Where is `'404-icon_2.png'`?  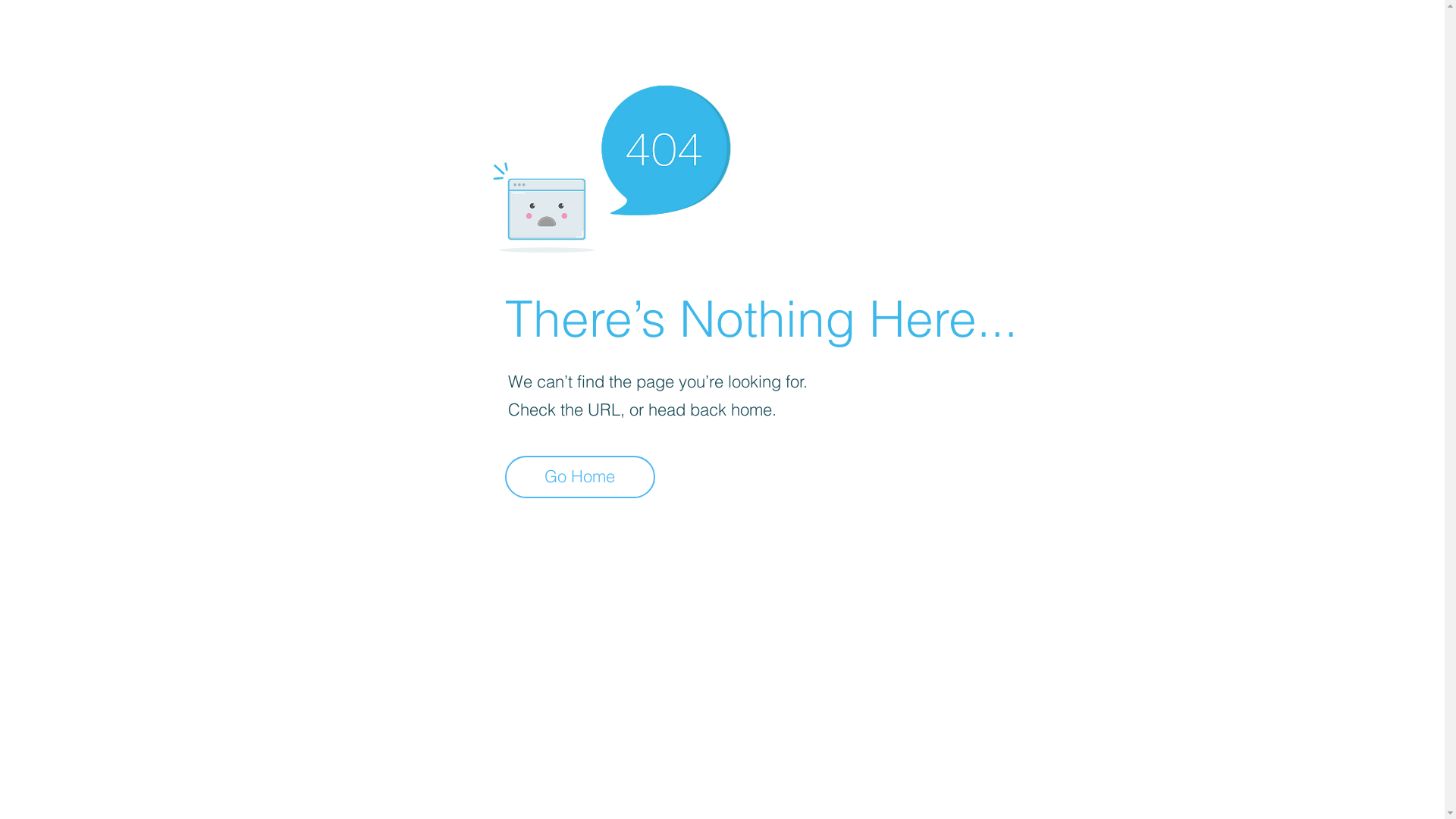
'404-icon_2.png' is located at coordinates (610, 165).